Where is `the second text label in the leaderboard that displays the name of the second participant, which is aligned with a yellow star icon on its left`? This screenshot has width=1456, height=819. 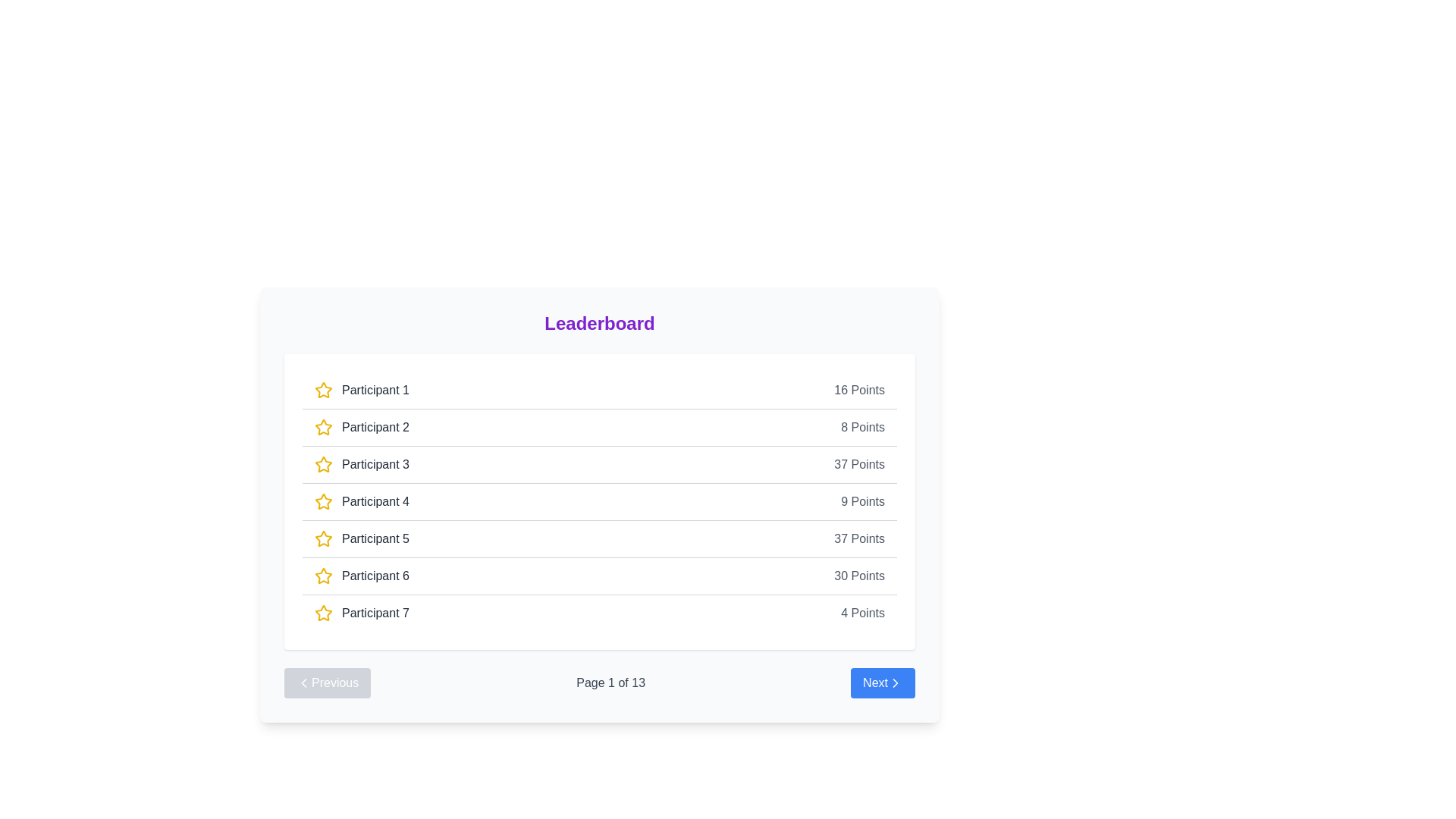
the second text label in the leaderboard that displays the name of the second participant, which is aligned with a yellow star icon on its left is located at coordinates (375, 427).